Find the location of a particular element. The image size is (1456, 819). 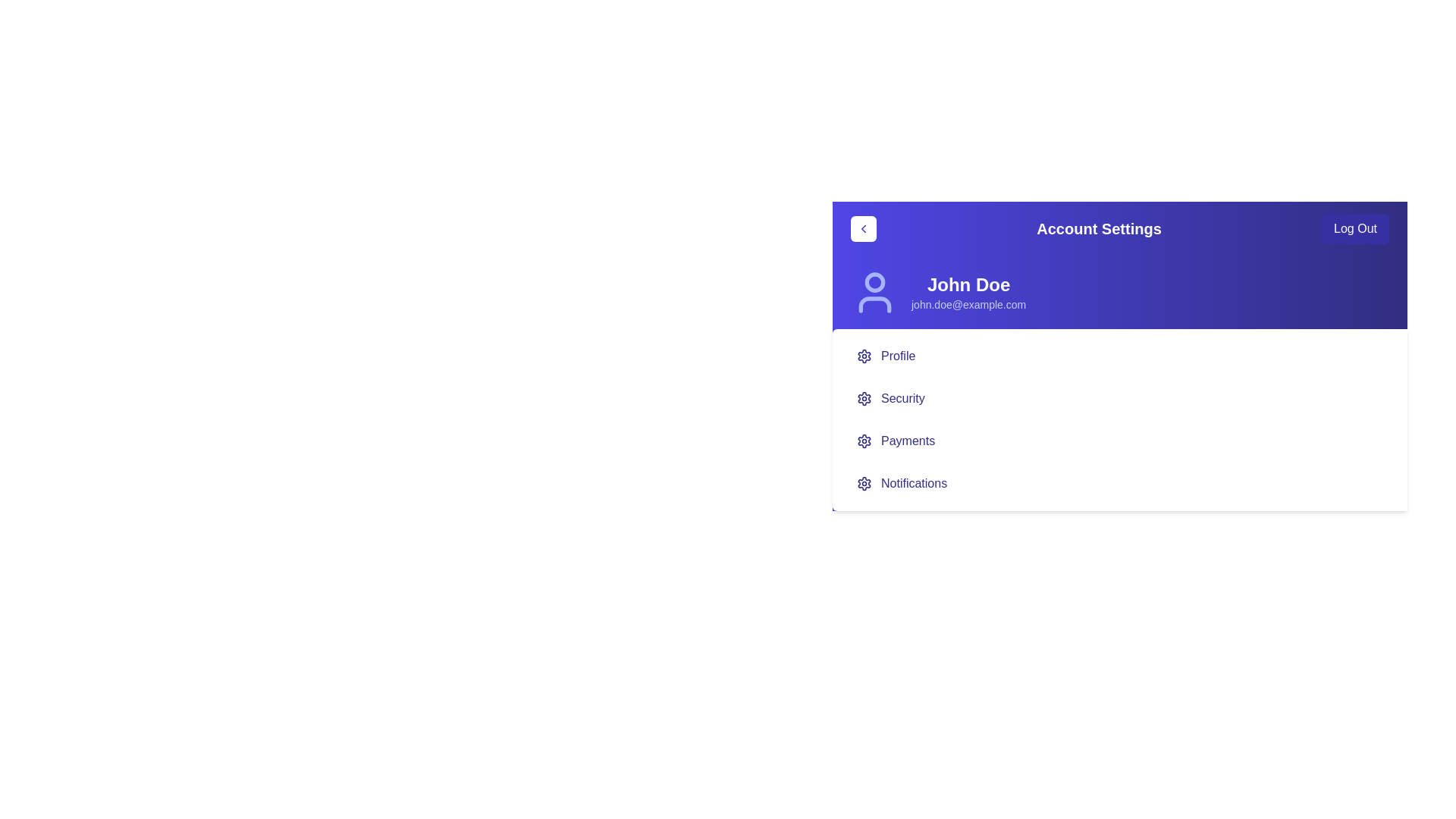

the gear-shaped icon associated with the 'Security' label in the vertical navigation list is located at coordinates (864, 397).